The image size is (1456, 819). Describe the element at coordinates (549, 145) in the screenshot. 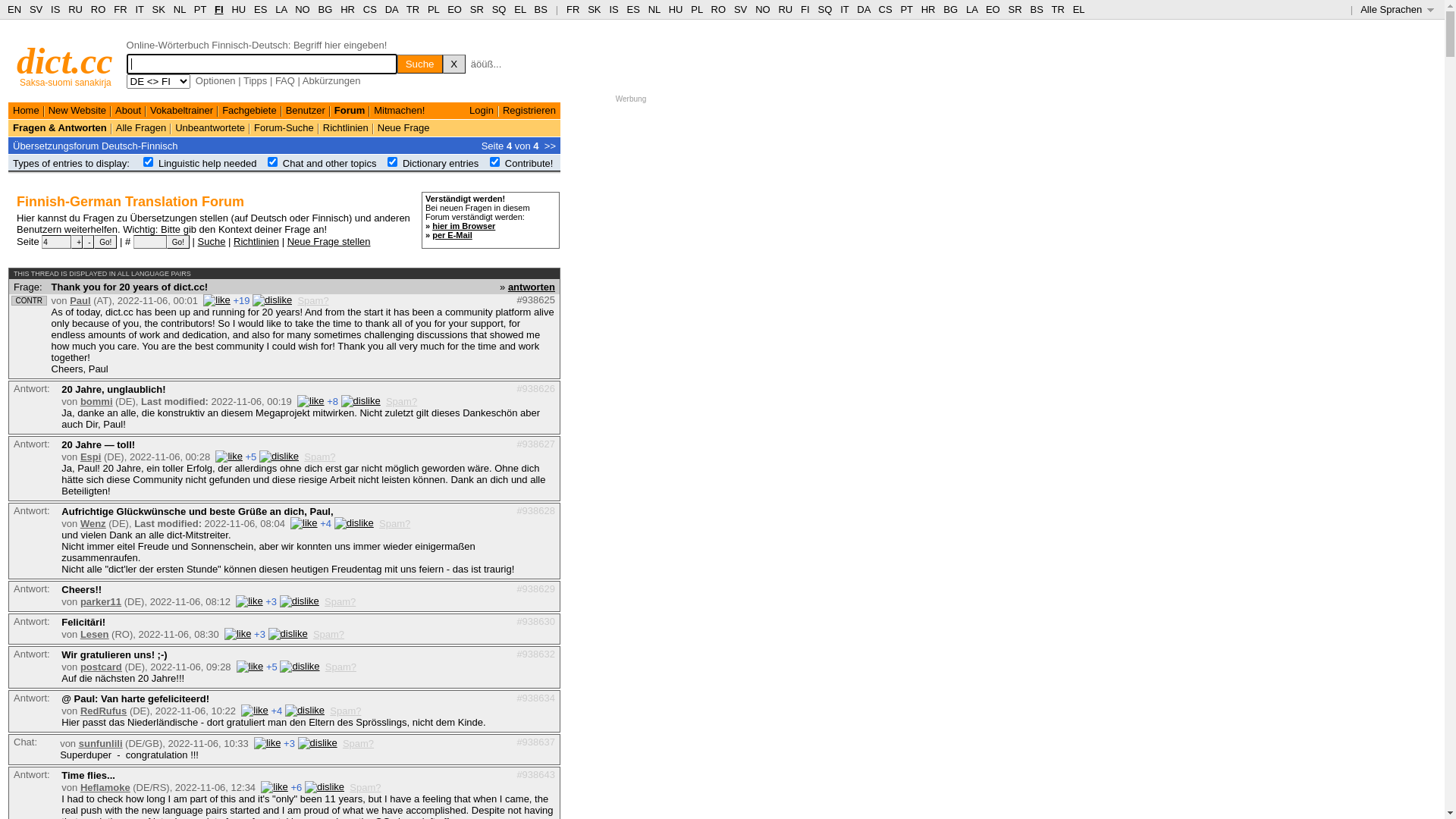

I see `'>>'` at that location.